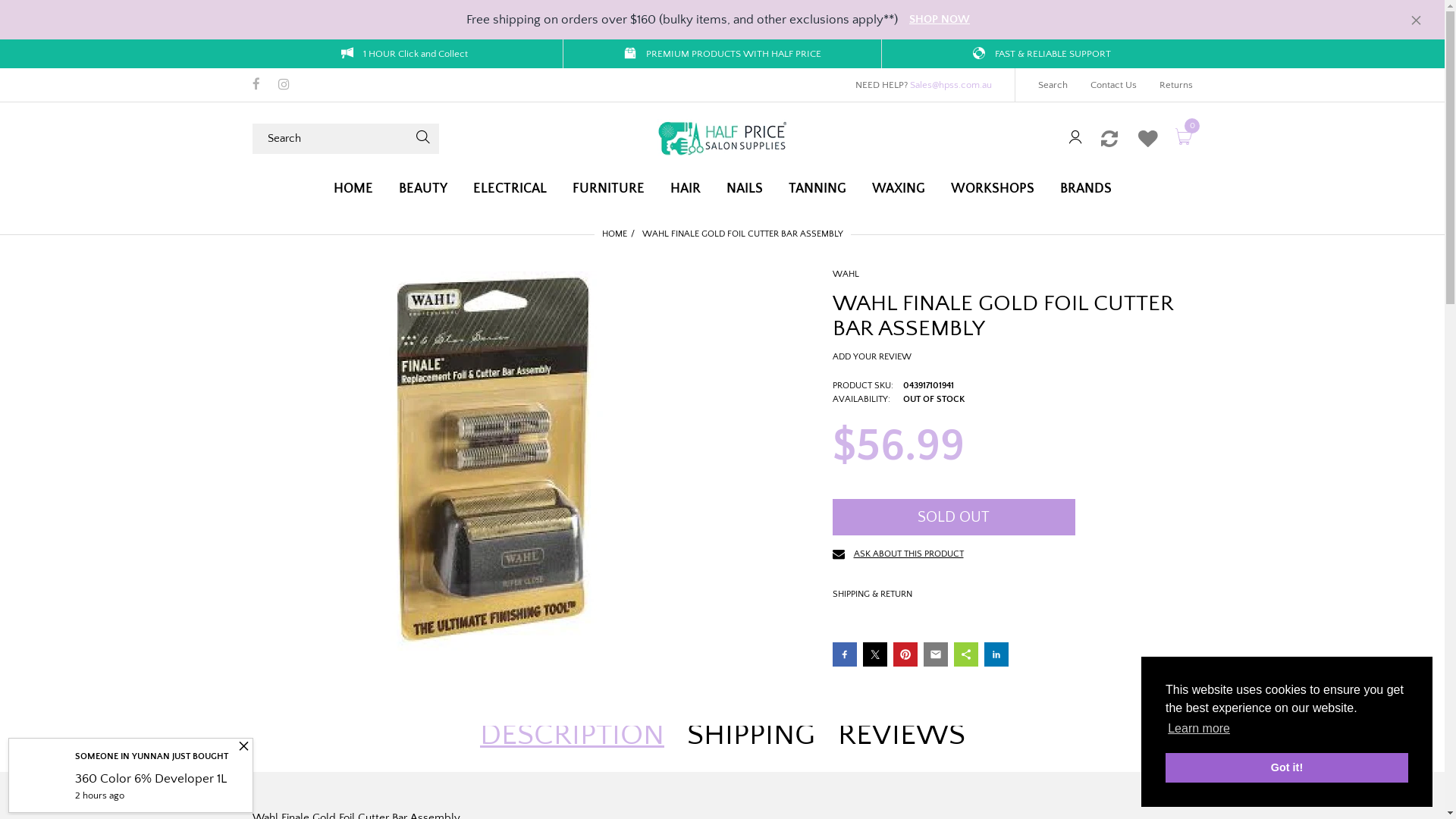 This screenshot has width=1456, height=819. Describe the element at coordinates (1084, 188) in the screenshot. I see `'BRANDS'` at that location.